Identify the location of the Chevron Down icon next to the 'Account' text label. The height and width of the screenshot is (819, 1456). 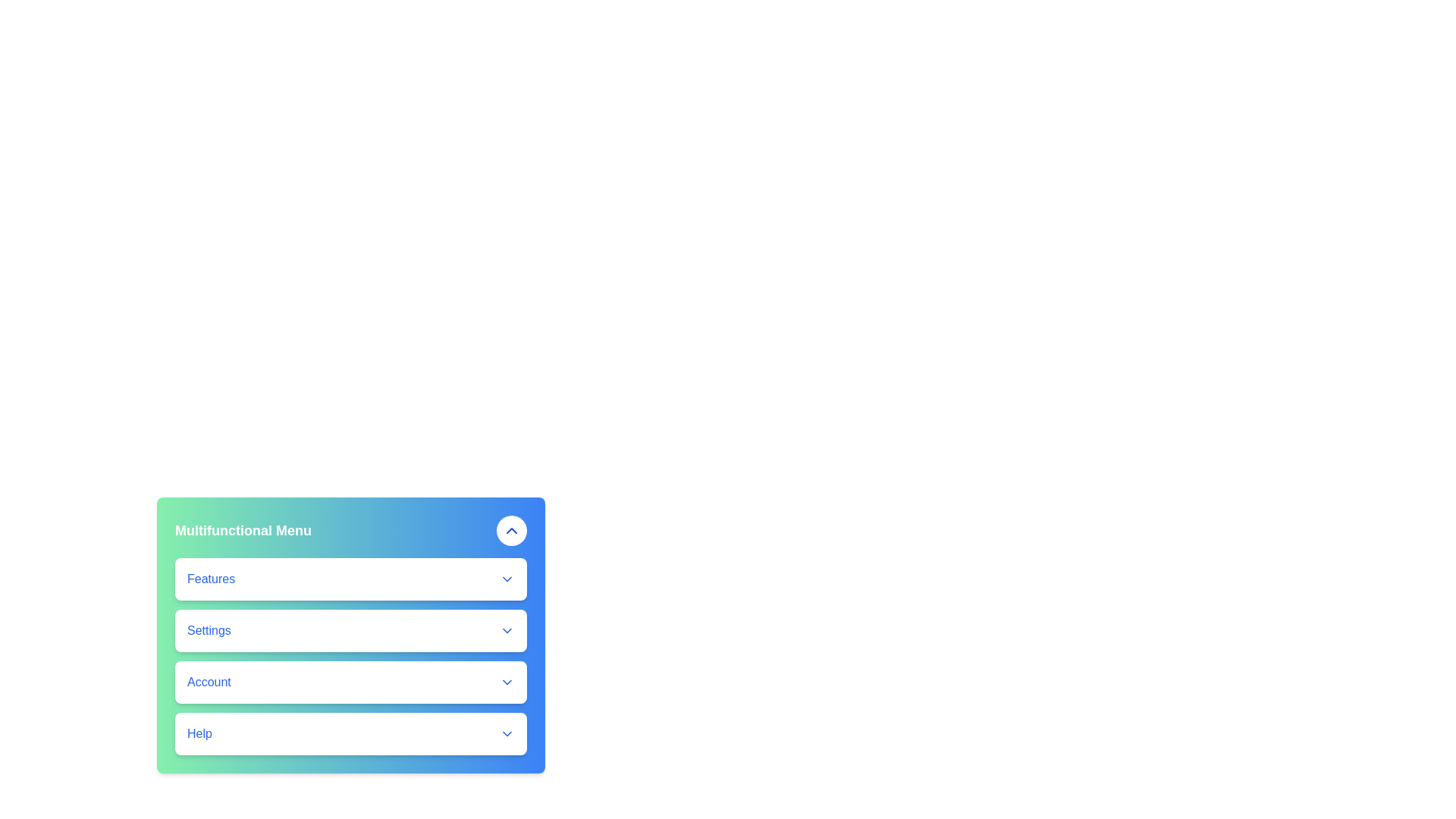
(507, 681).